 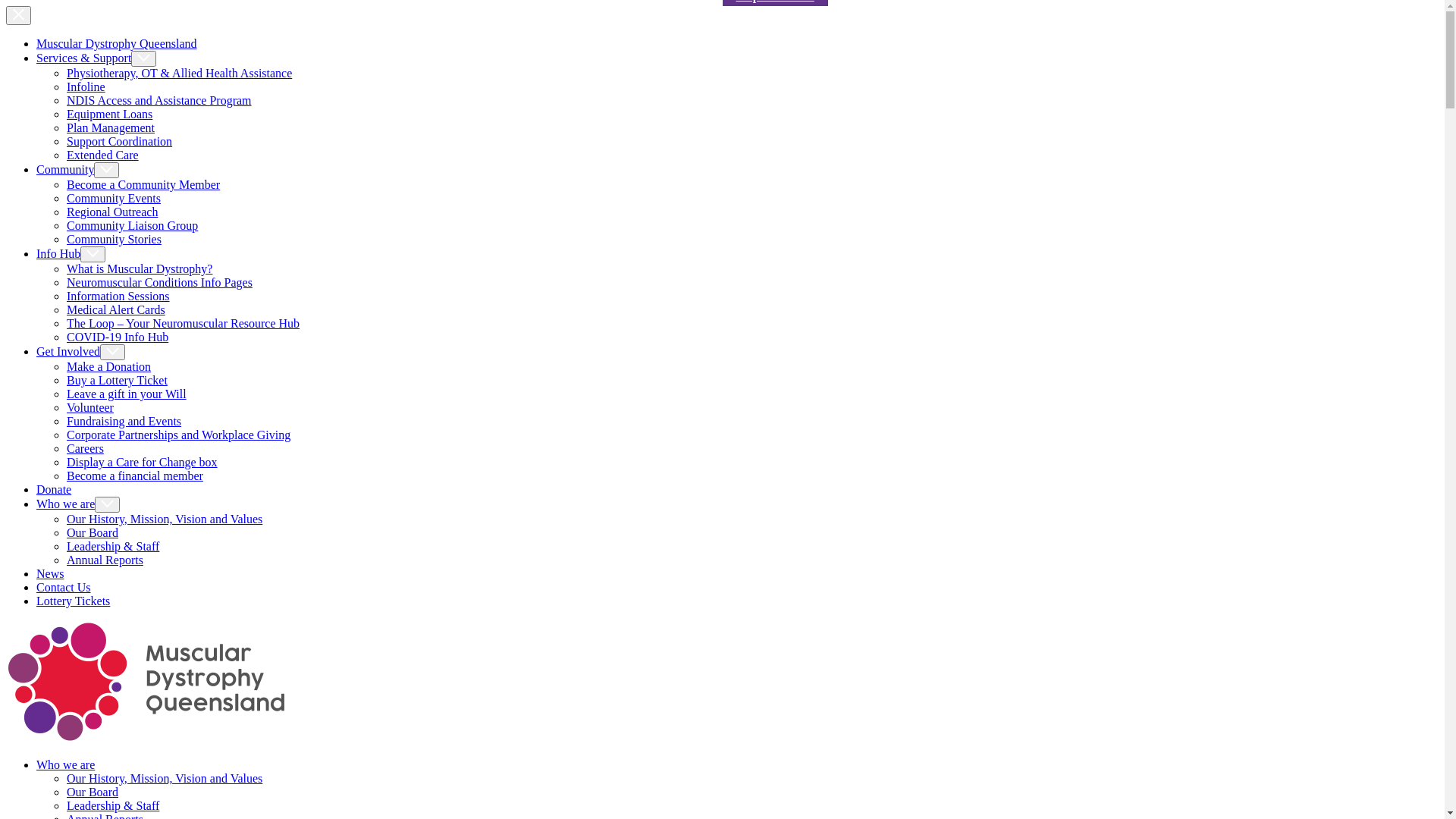 I want to click on 'What is Muscular Dystrophy?', so click(x=139, y=268).